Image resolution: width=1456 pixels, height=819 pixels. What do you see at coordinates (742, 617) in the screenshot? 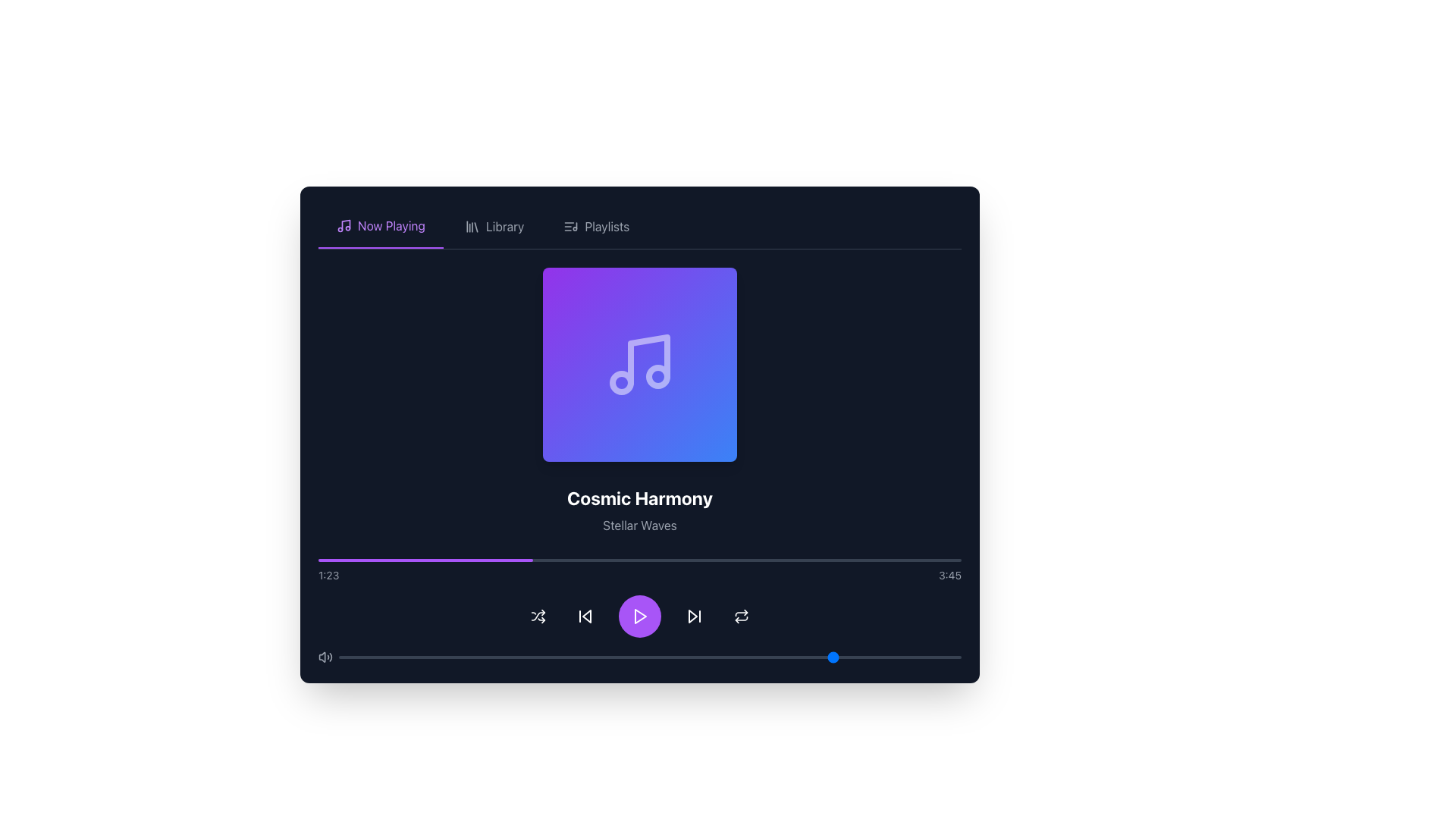
I see `the repeat button with a loop icon located in the footer section of the music player interface` at bounding box center [742, 617].